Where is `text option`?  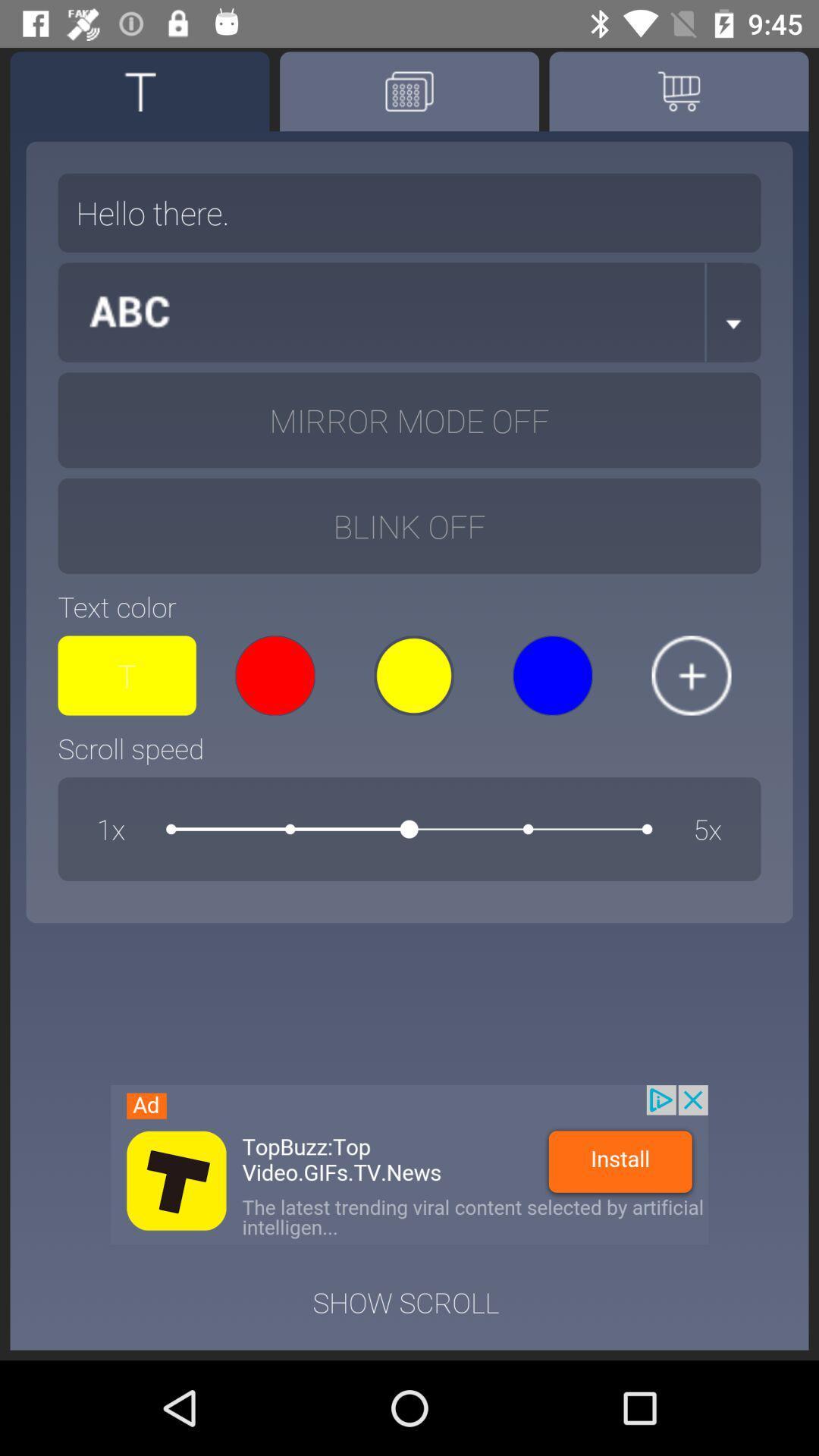 text option is located at coordinates (140, 90).